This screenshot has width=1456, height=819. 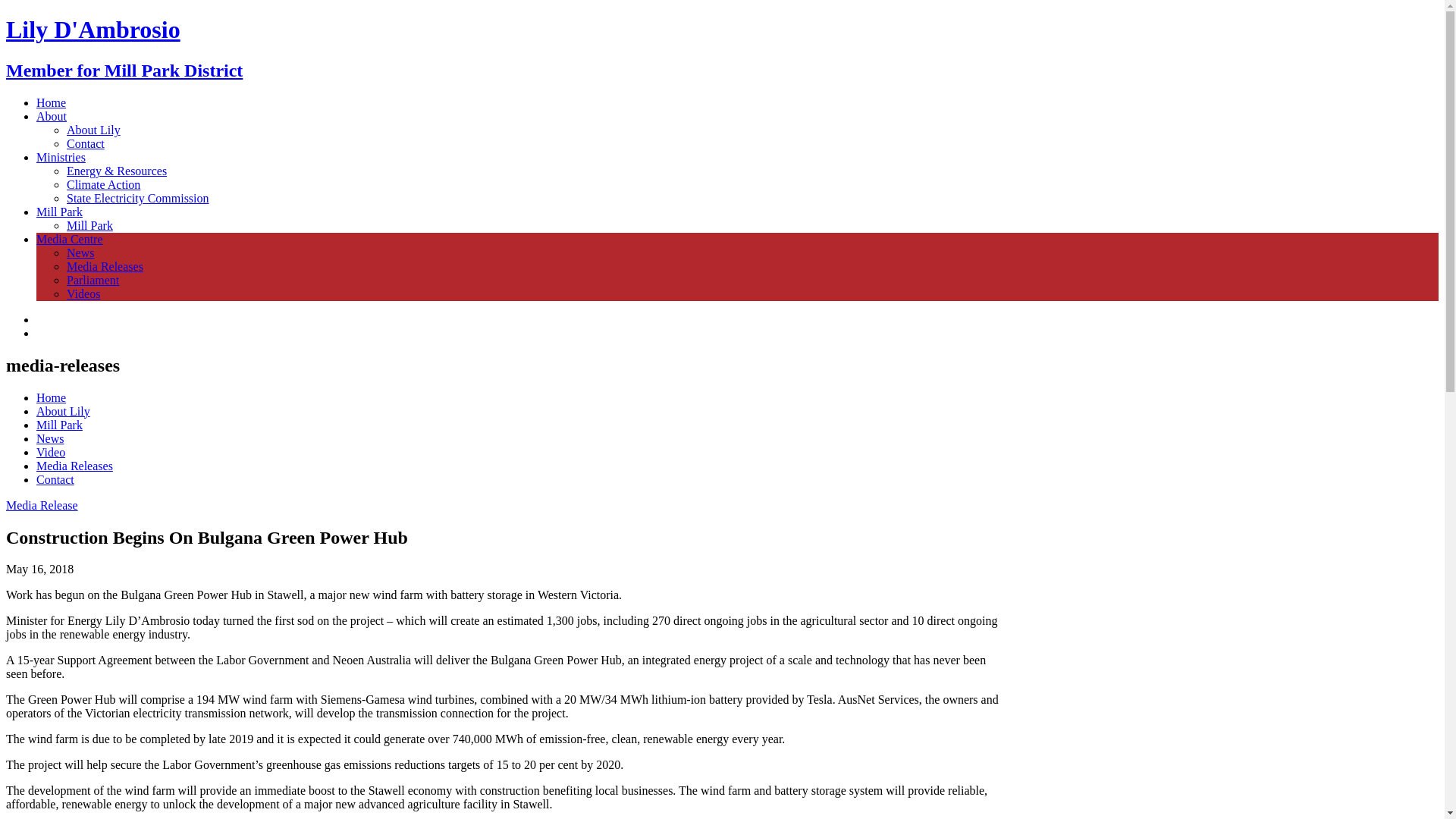 What do you see at coordinates (68, 239) in the screenshot?
I see `'Media Centre'` at bounding box center [68, 239].